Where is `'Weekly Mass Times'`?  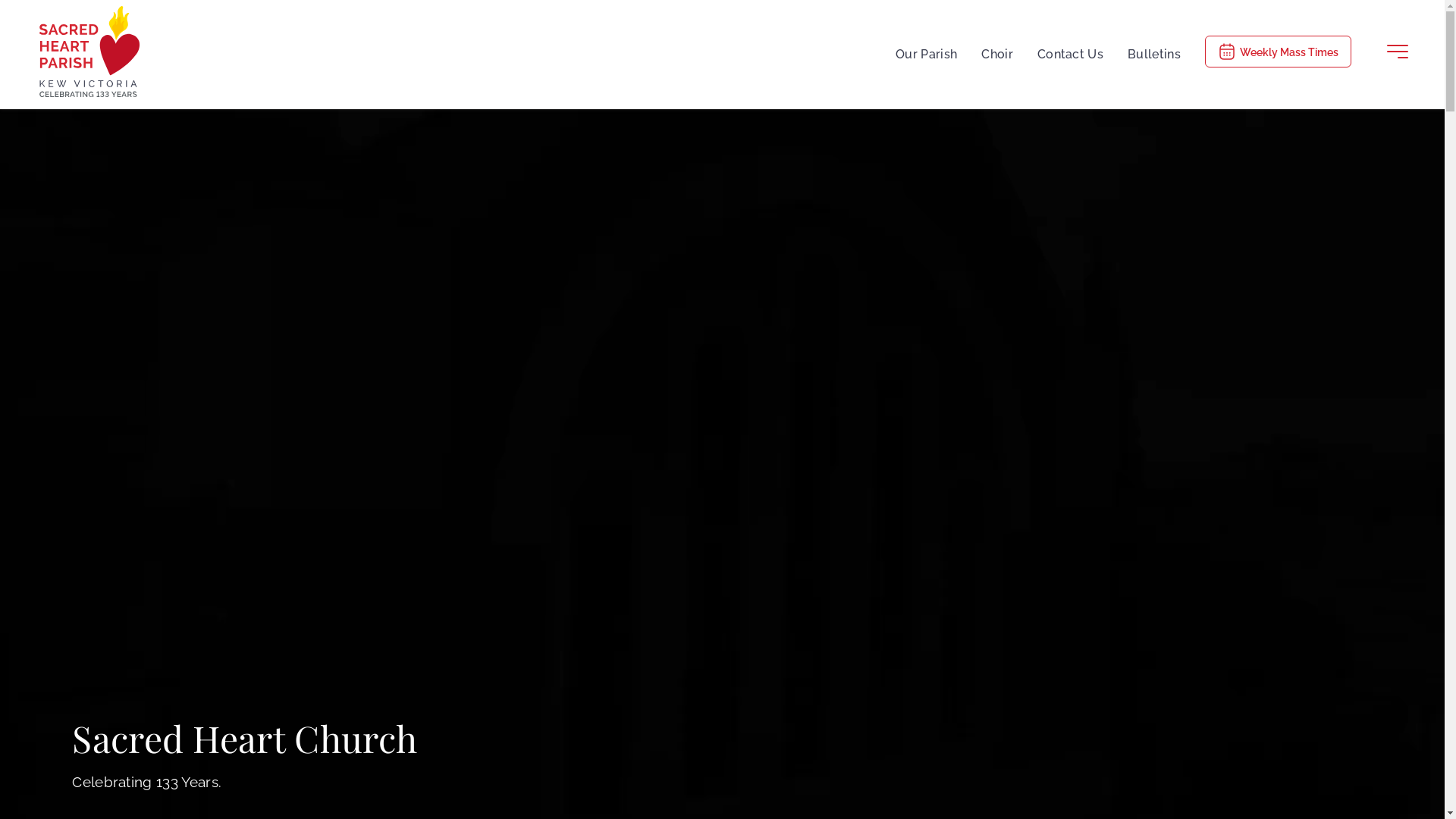
'Weekly Mass Times' is located at coordinates (1277, 51).